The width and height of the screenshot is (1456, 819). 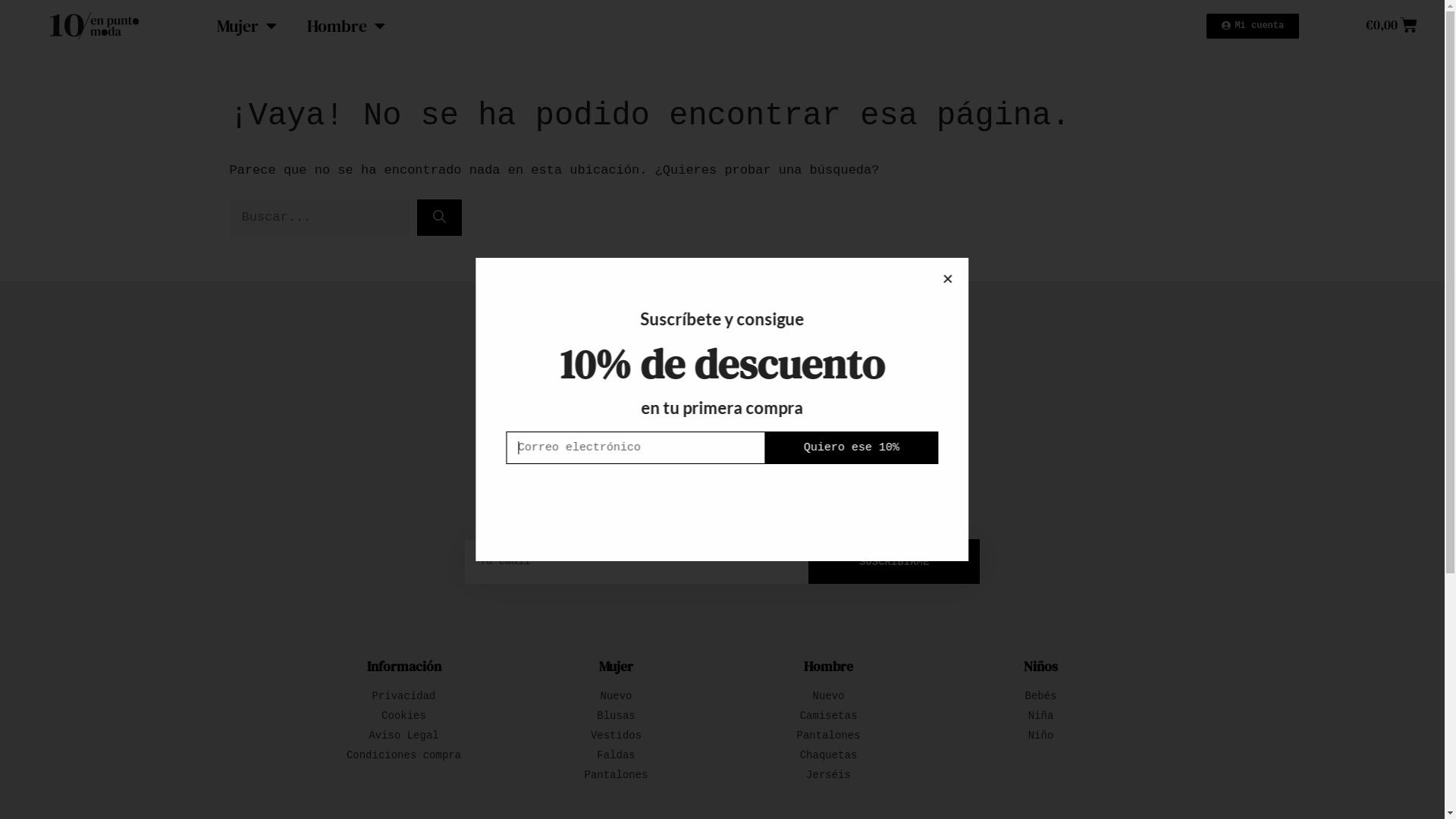 I want to click on 'Mujer', so click(x=246, y=26).